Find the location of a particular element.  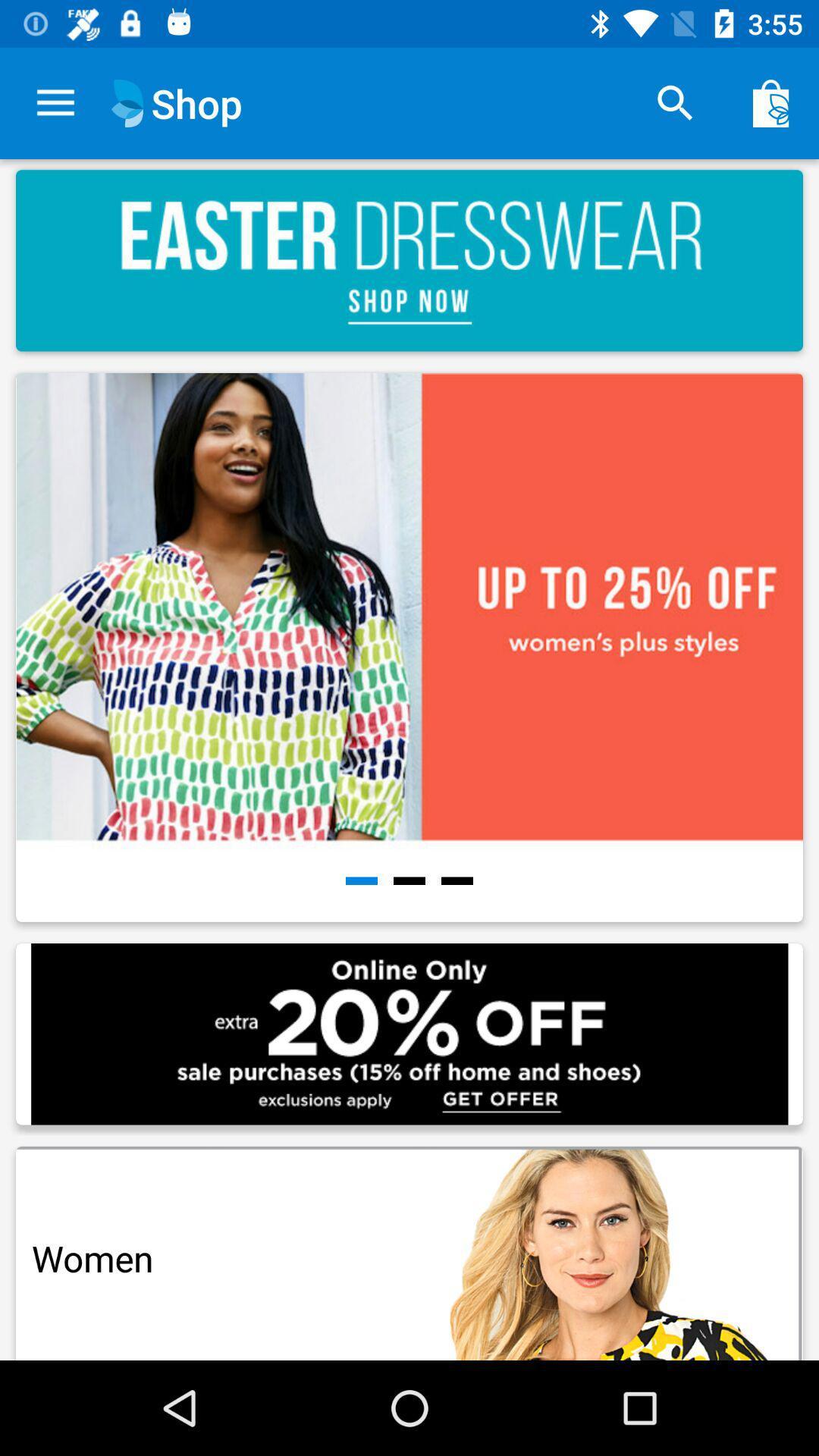

the 1st image completely is located at coordinates (413, 652).